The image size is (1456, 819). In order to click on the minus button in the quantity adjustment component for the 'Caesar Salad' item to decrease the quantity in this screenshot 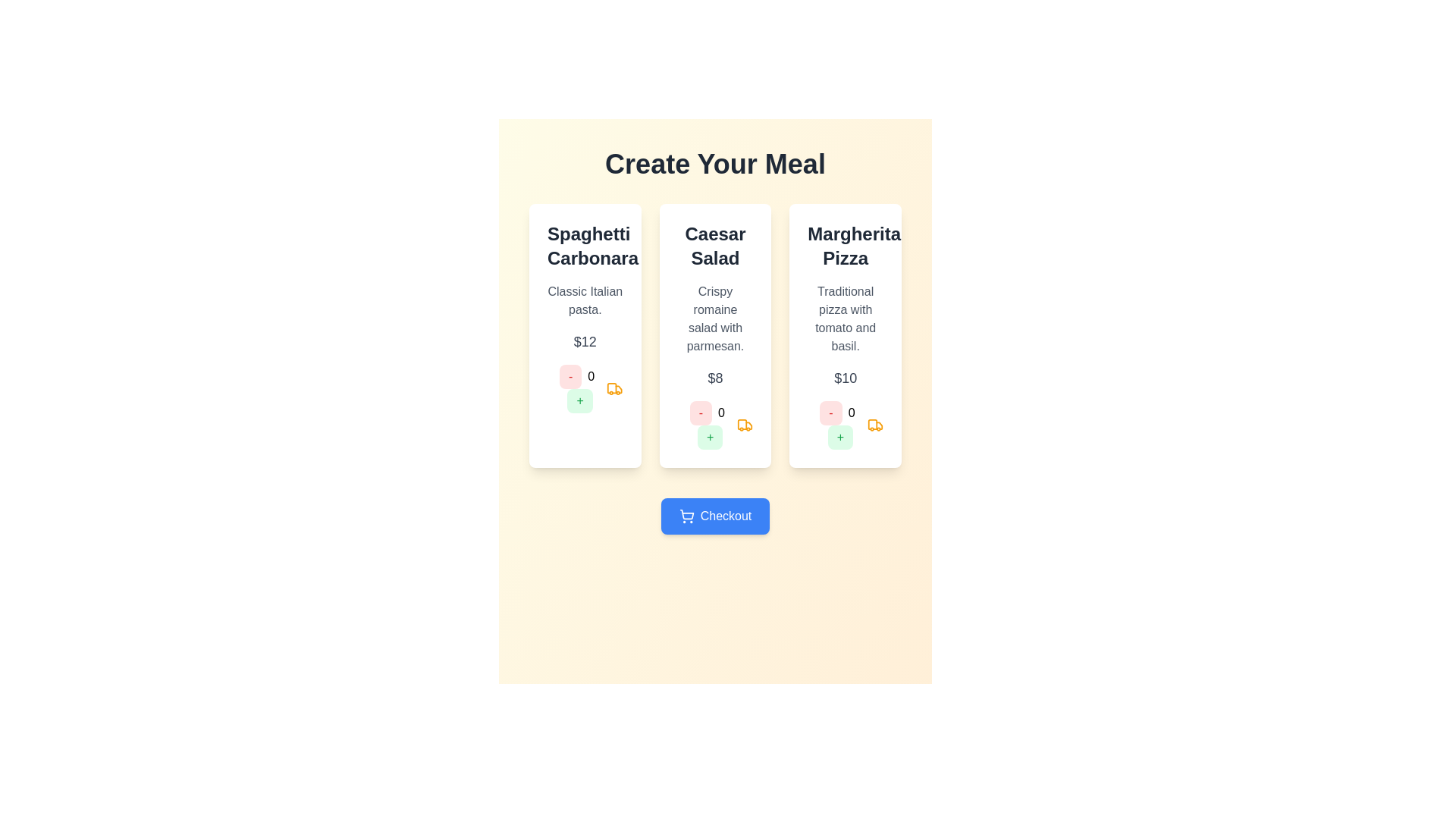, I will do `click(706, 425)`.